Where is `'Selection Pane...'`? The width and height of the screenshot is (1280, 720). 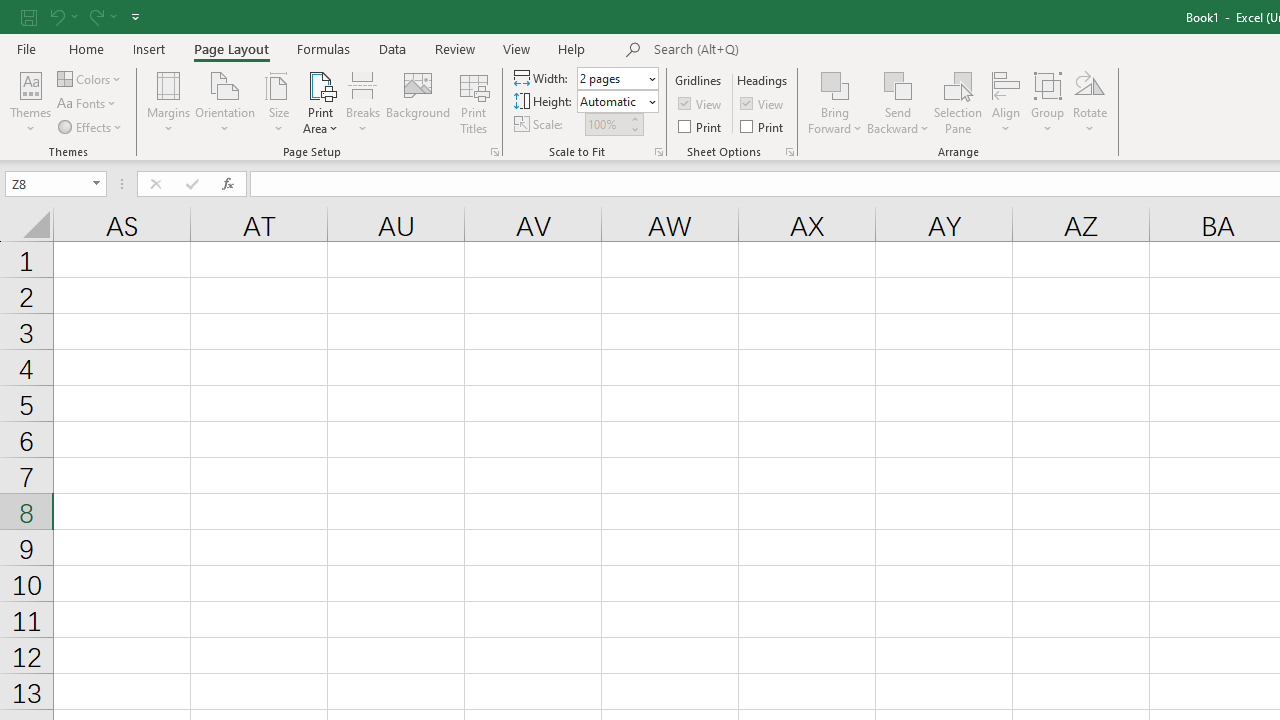
'Selection Pane...' is located at coordinates (957, 103).